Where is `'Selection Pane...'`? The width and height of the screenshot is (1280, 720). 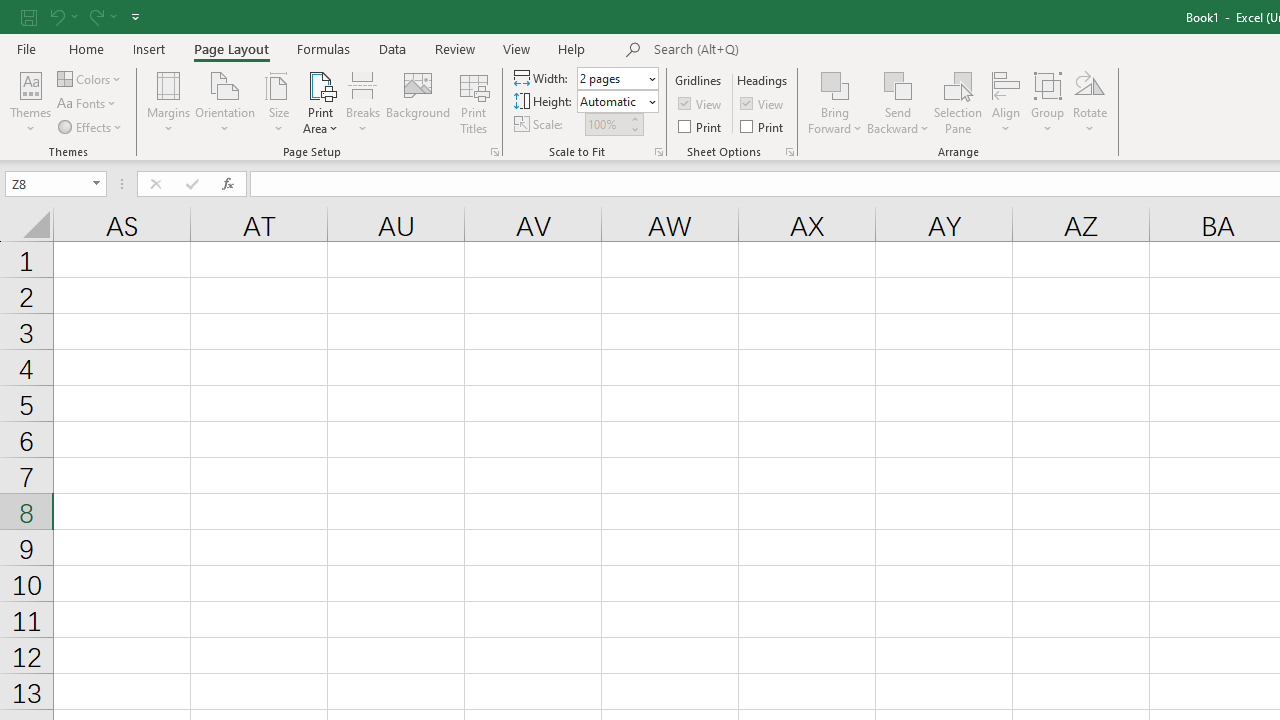
'Selection Pane...' is located at coordinates (957, 103).